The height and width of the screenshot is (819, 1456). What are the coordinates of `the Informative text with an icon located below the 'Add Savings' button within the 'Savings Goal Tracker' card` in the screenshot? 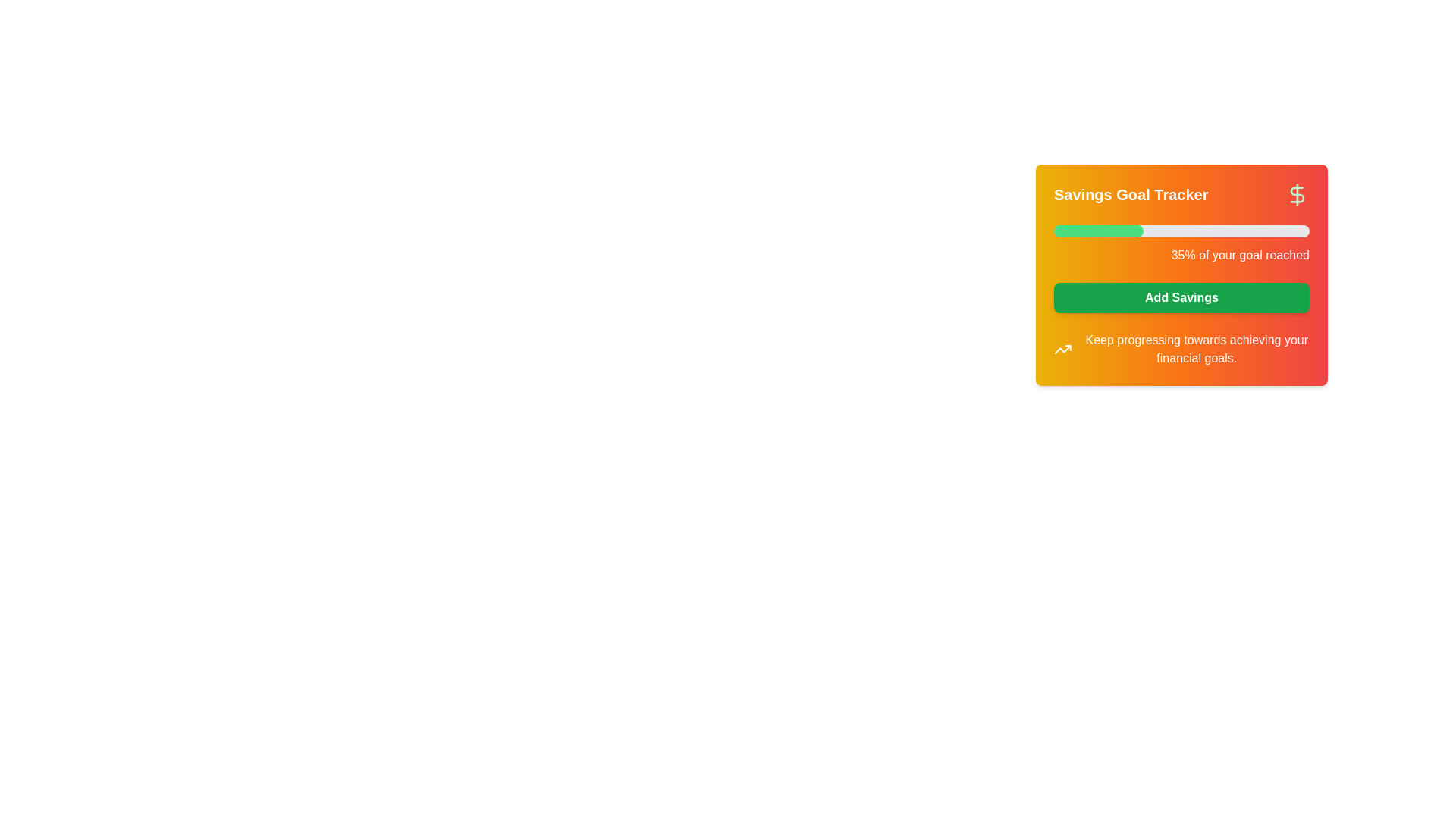 It's located at (1181, 350).